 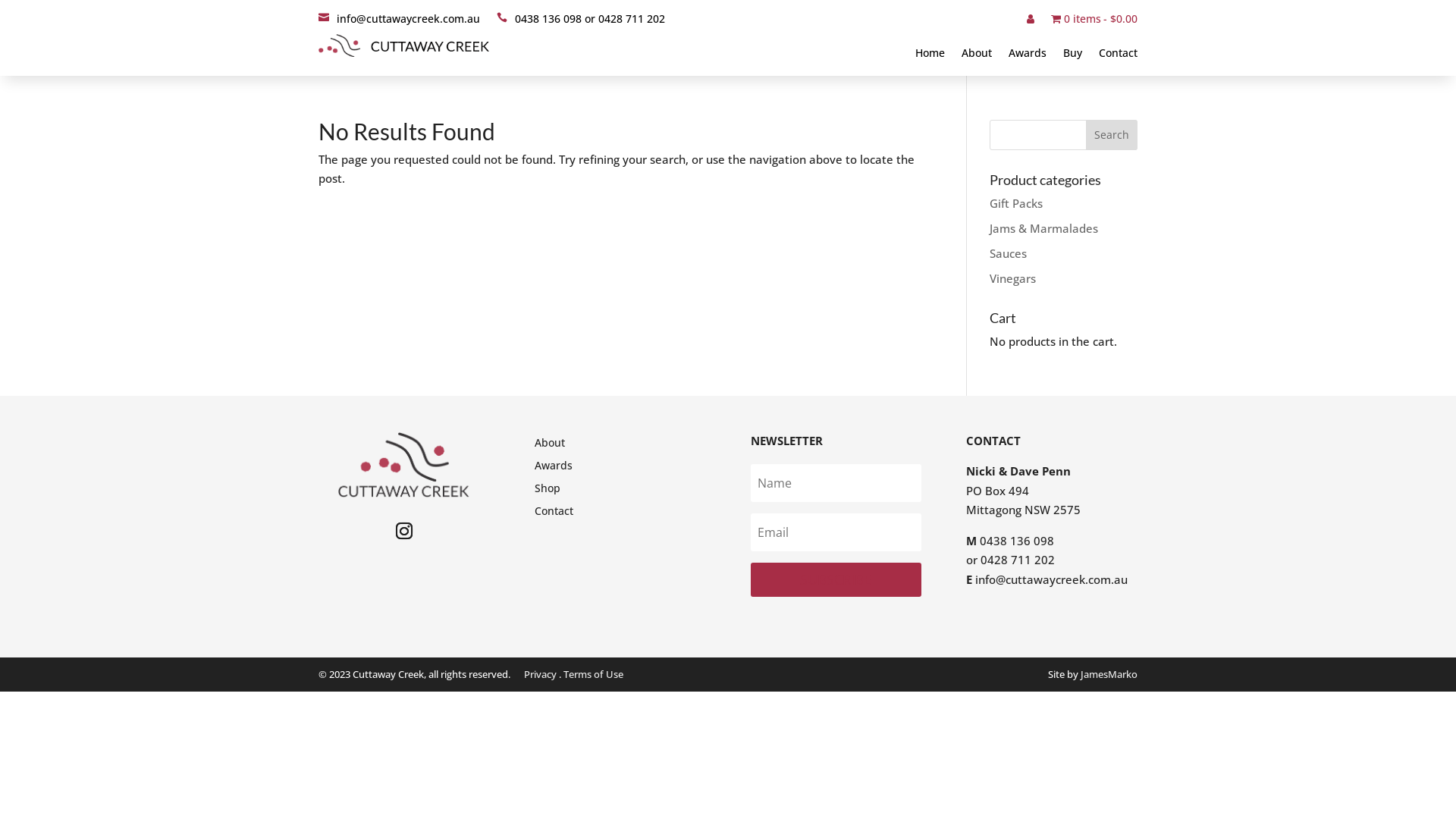 What do you see at coordinates (1008, 253) in the screenshot?
I see `'Sauces'` at bounding box center [1008, 253].